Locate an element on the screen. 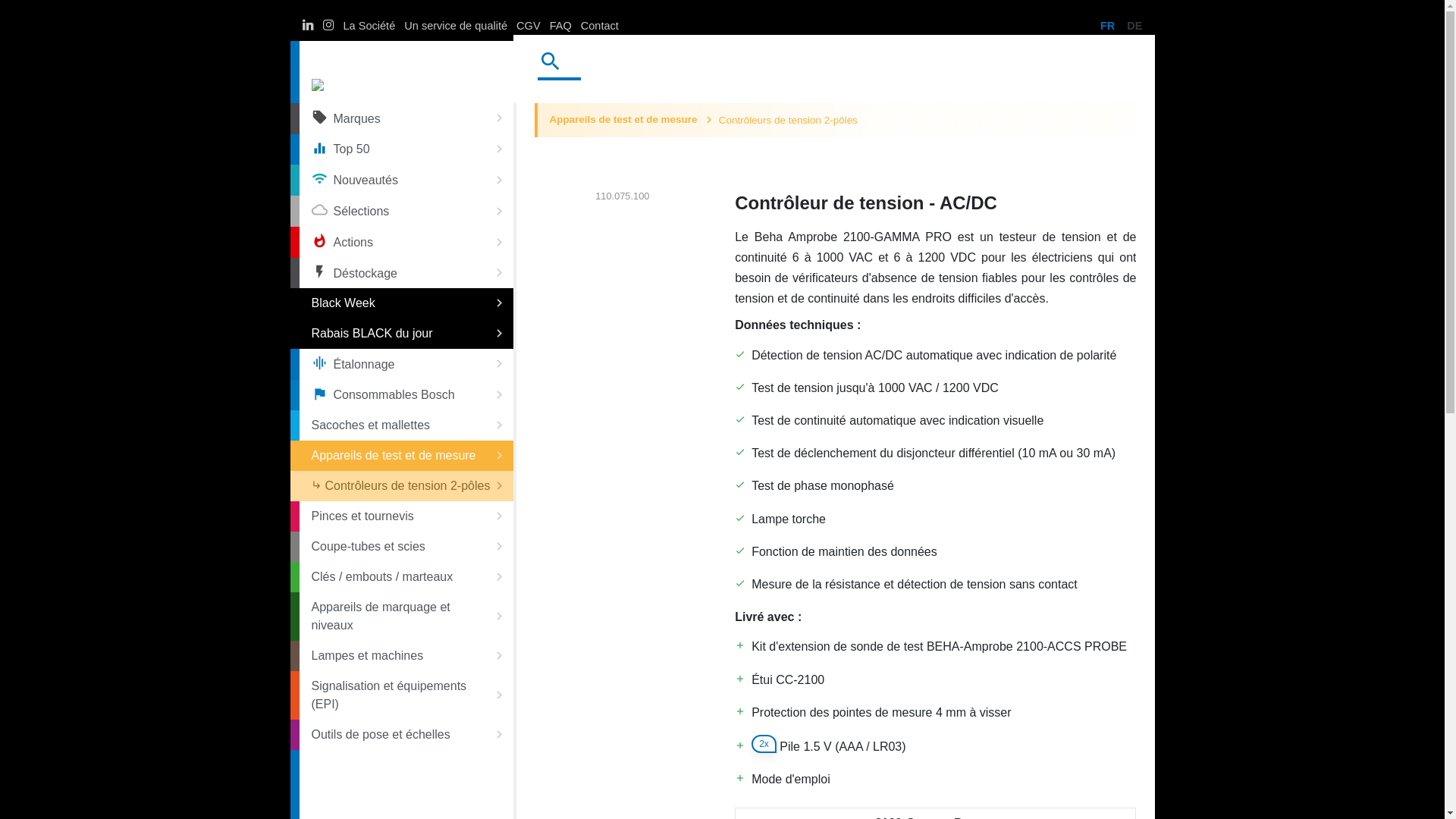 The height and width of the screenshot is (819, 1456). 'flagConsommables Bosch is located at coordinates (405, 394).